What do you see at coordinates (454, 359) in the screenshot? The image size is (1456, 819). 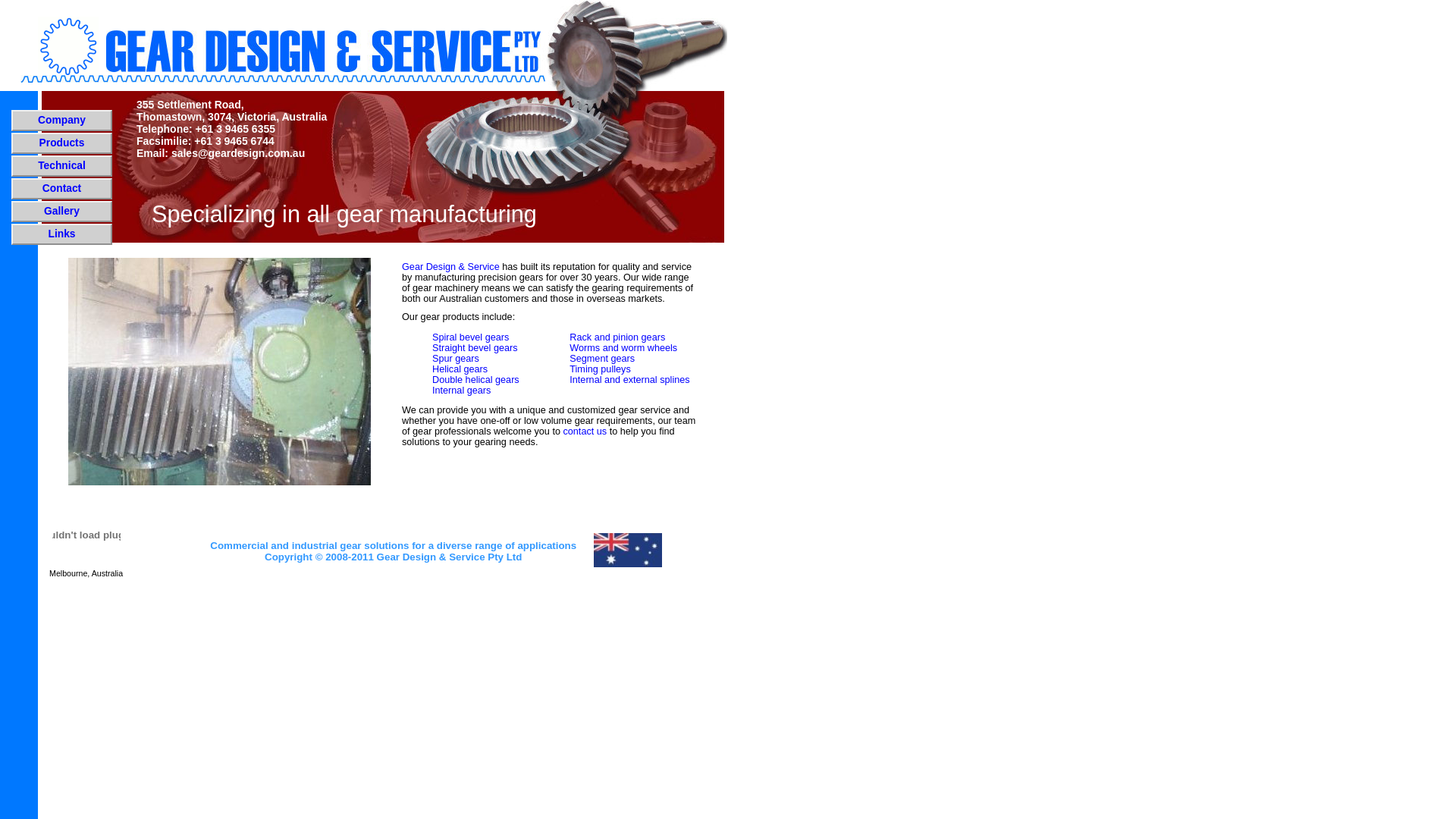 I see `'Spur gears'` at bounding box center [454, 359].